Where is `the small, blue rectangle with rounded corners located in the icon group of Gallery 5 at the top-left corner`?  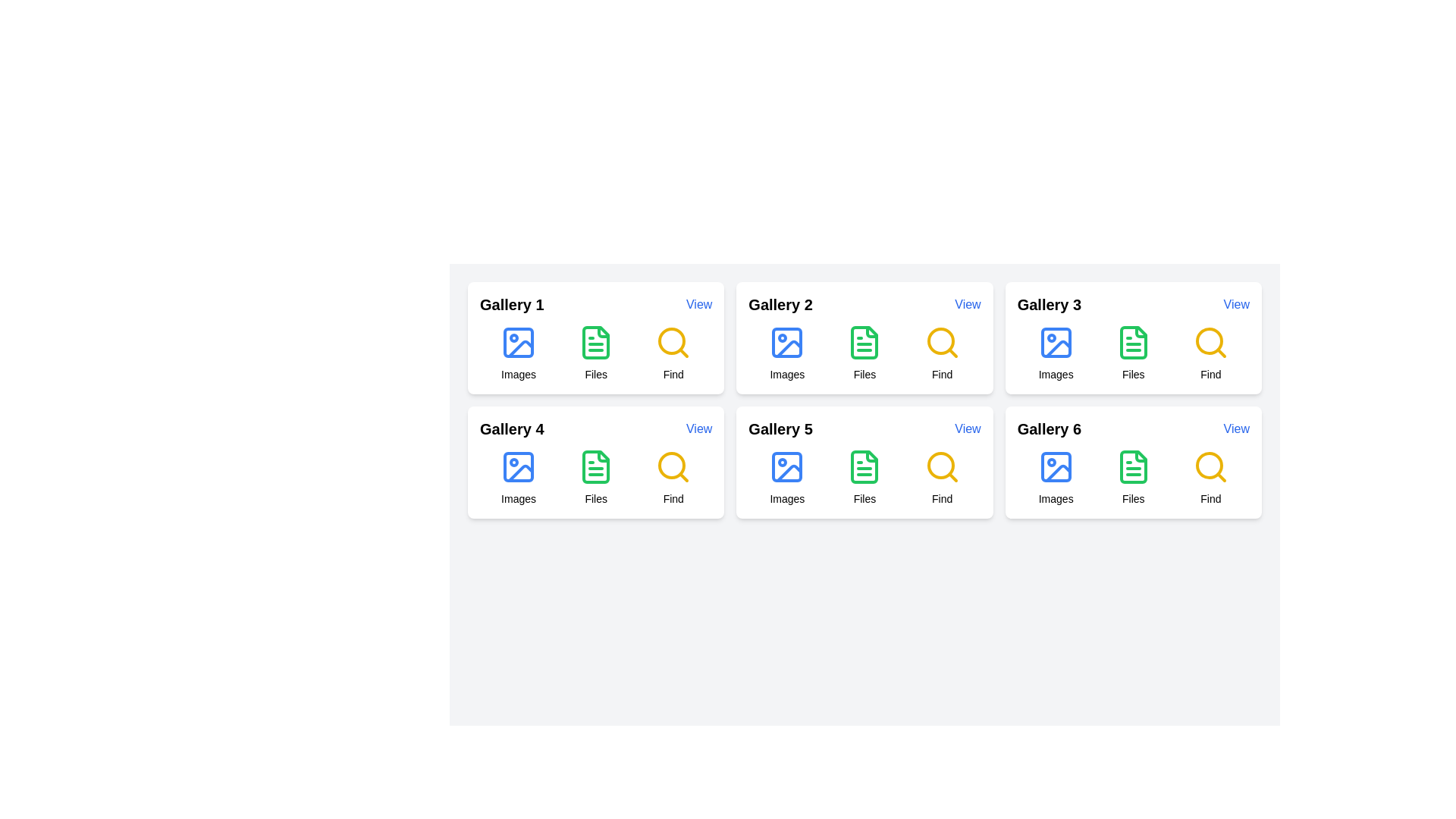 the small, blue rectangle with rounded corners located in the icon group of Gallery 5 at the top-left corner is located at coordinates (787, 466).